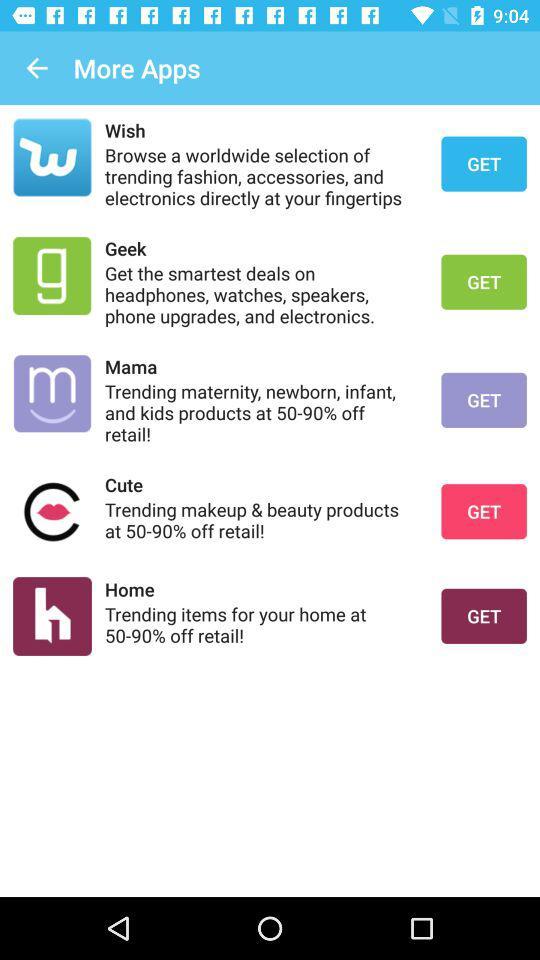  What do you see at coordinates (260, 293) in the screenshot?
I see `icon below the geek icon` at bounding box center [260, 293].